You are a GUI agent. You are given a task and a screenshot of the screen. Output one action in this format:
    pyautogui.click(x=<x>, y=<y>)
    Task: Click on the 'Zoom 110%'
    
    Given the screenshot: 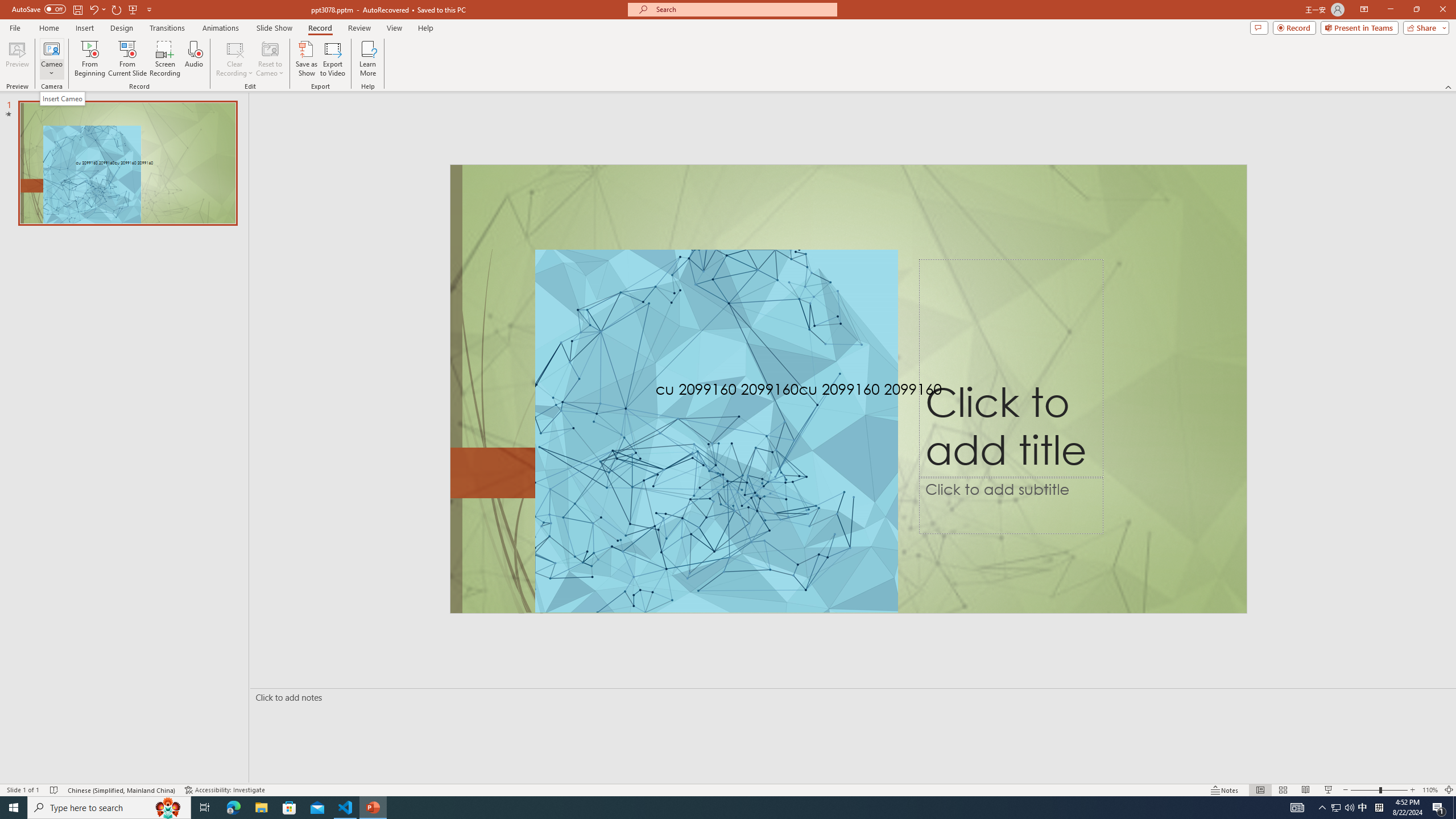 What is the action you would take?
    pyautogui.click(x=1430, y=790)
    